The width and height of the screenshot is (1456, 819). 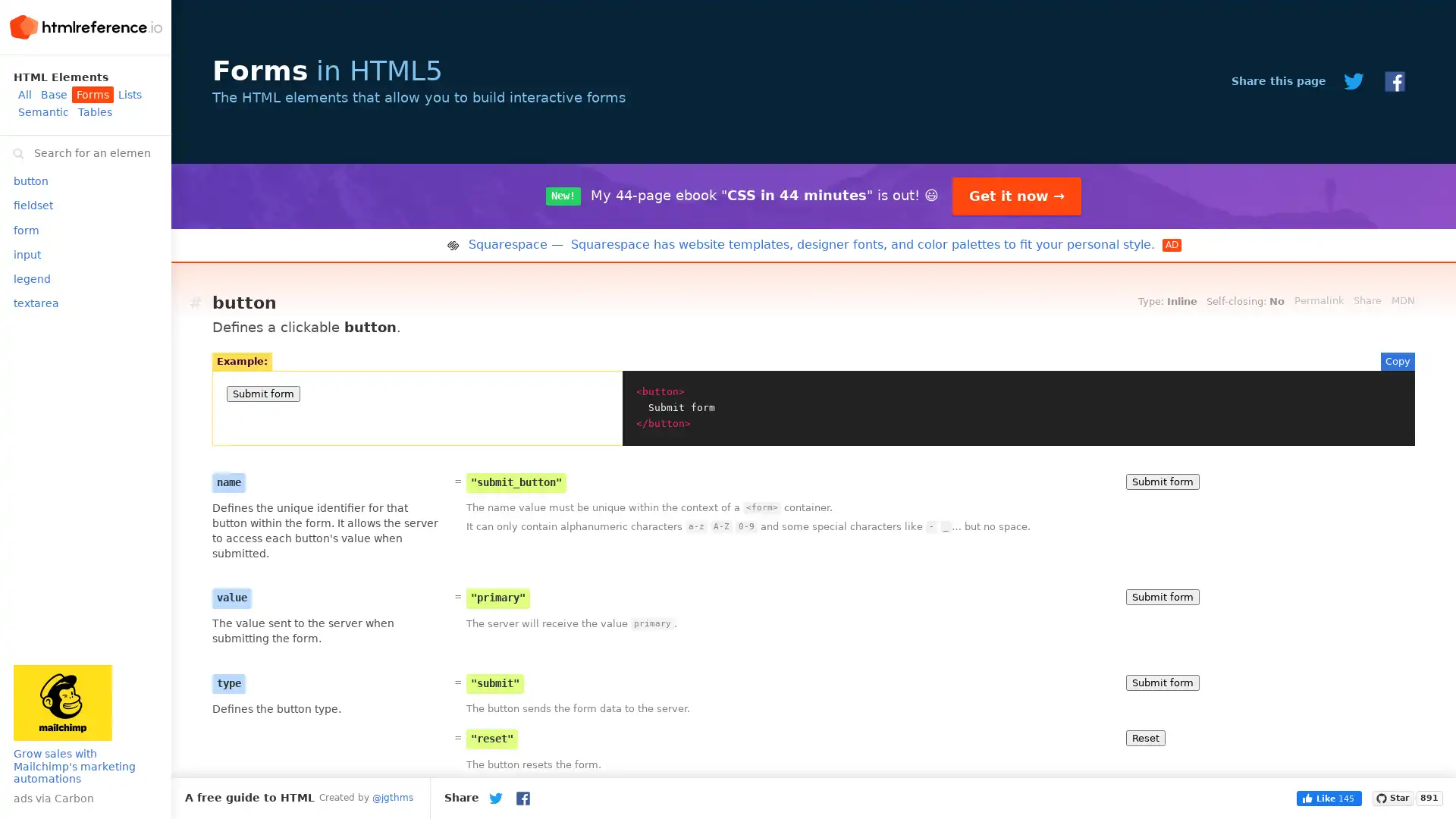 I want to click on Submit form, so click(x=263, y=393).